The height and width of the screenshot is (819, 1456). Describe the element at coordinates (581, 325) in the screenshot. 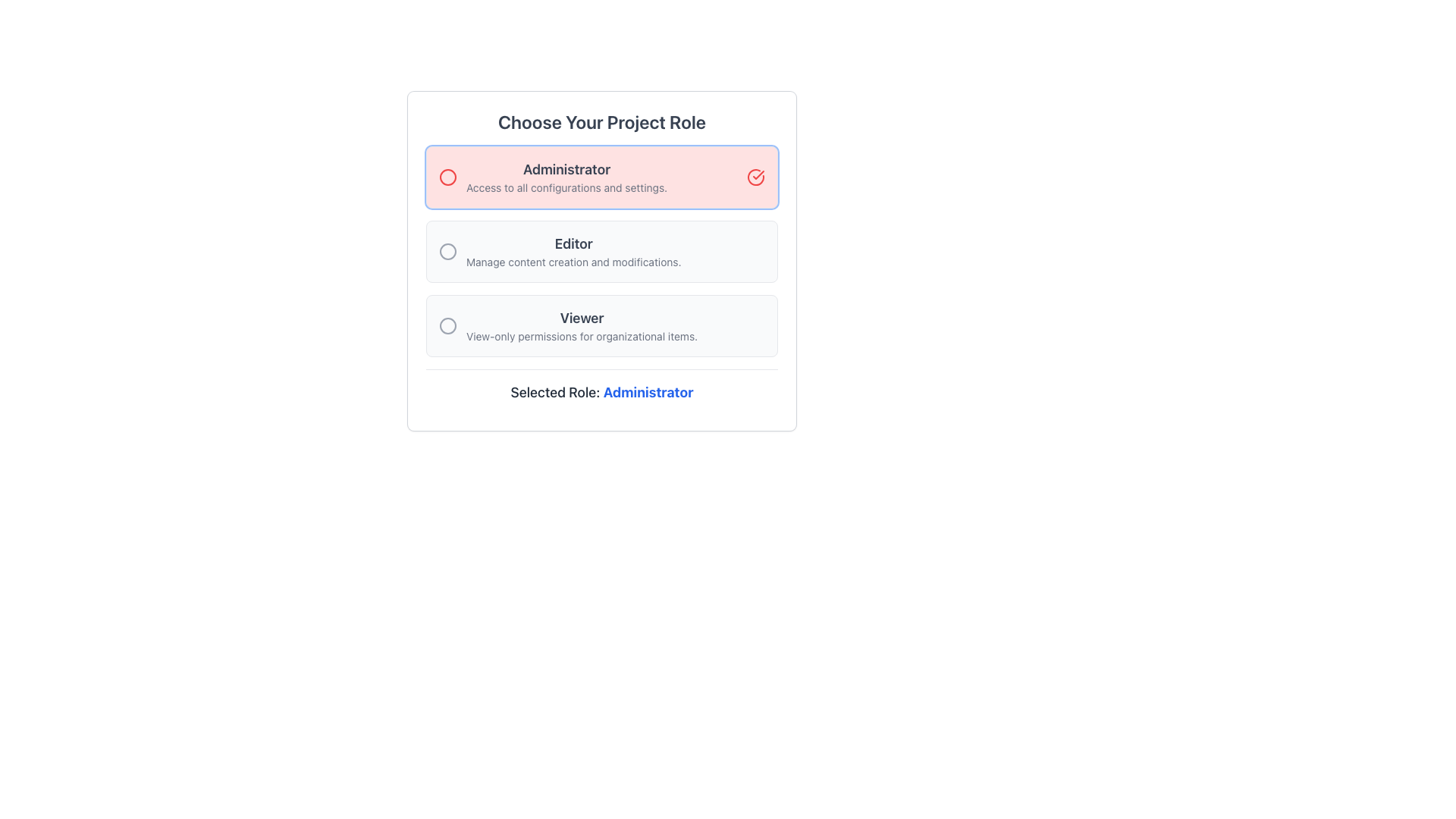

I see `description text for the 'Viewer' role located below the 'Editor' option and above the 'Selected Role' display in the project permissions selection list` at that location.